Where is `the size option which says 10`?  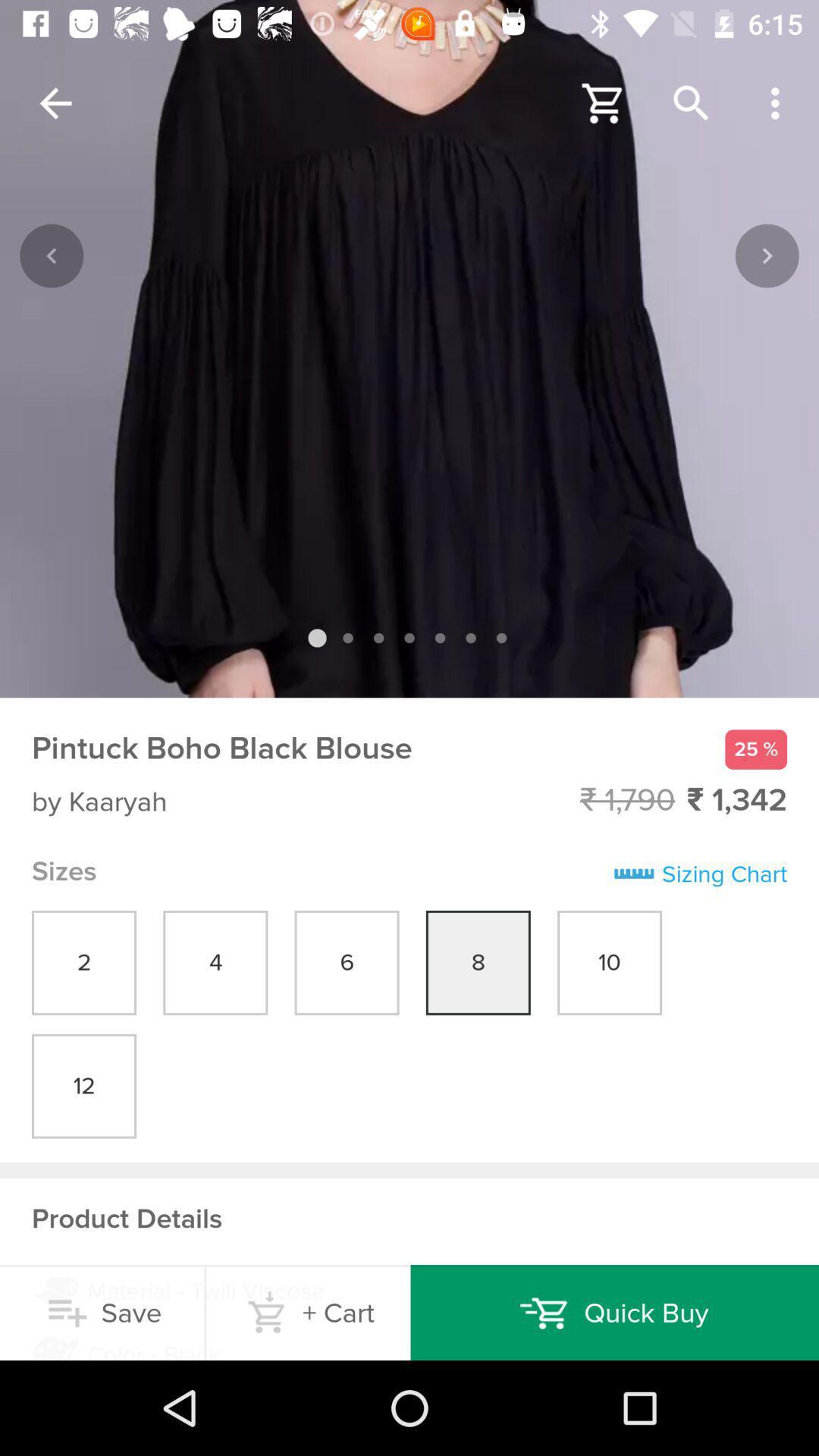 the size option which says 10 is located at coordinates (608, 962).